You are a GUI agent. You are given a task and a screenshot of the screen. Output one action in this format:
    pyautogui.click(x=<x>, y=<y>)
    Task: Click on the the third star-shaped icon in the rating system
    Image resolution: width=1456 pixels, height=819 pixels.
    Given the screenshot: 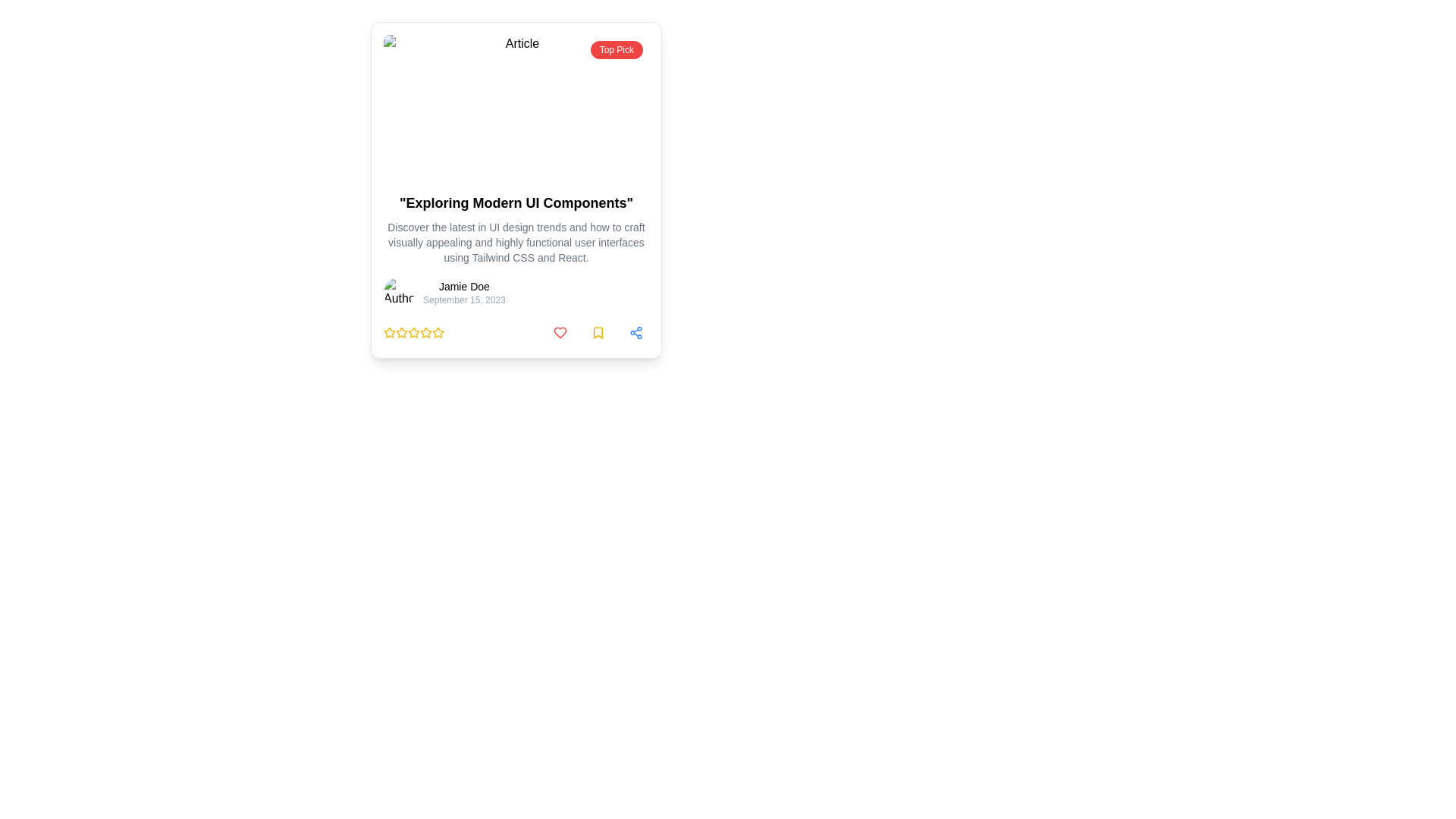 What is the action you would take?
    pyautogui.click(x=401, y=332)
    